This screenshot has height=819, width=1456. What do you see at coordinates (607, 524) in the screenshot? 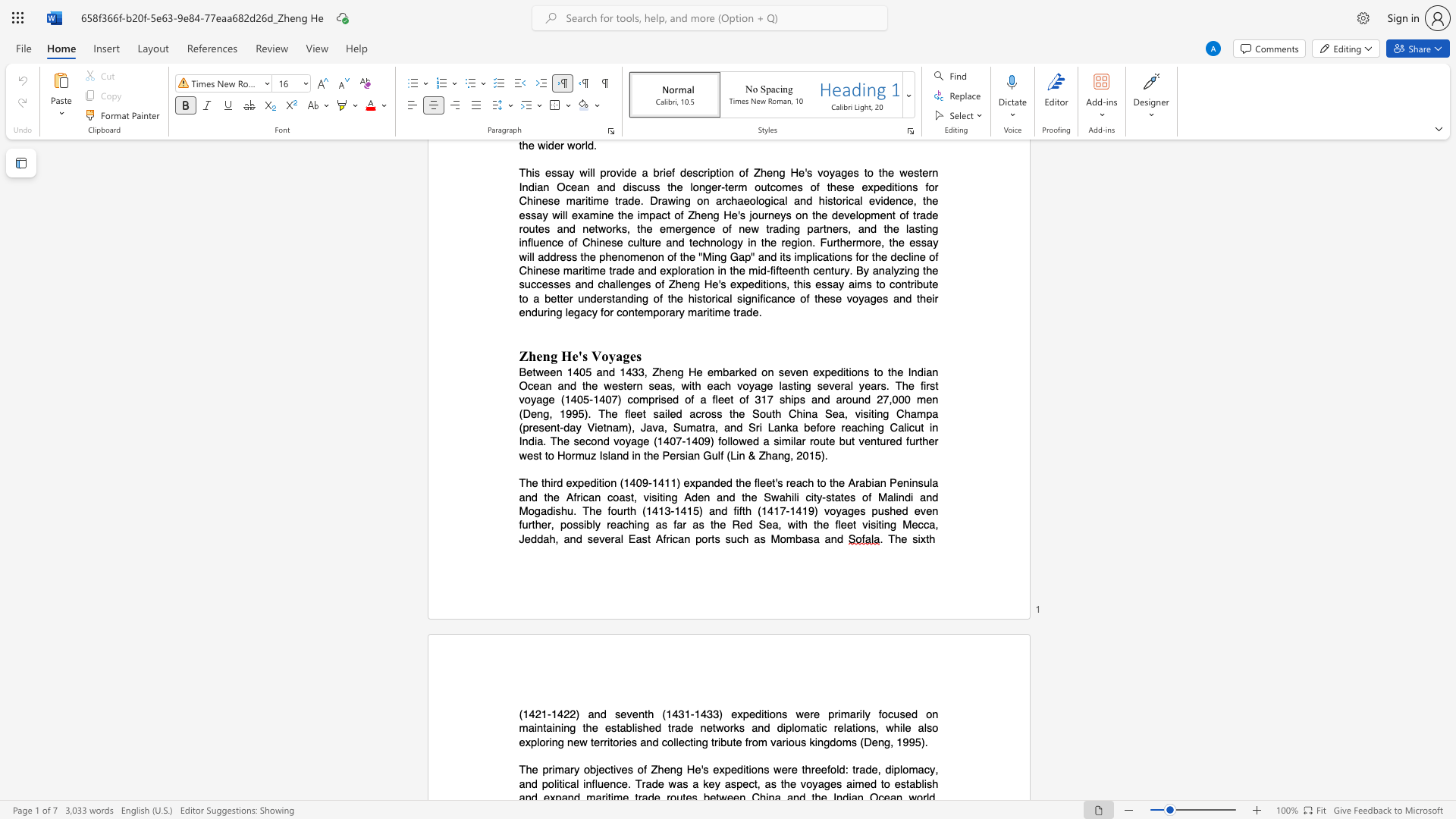
I see `the subset text "reac" within the text "possibly reaching"` at bounding box center [607, 524].